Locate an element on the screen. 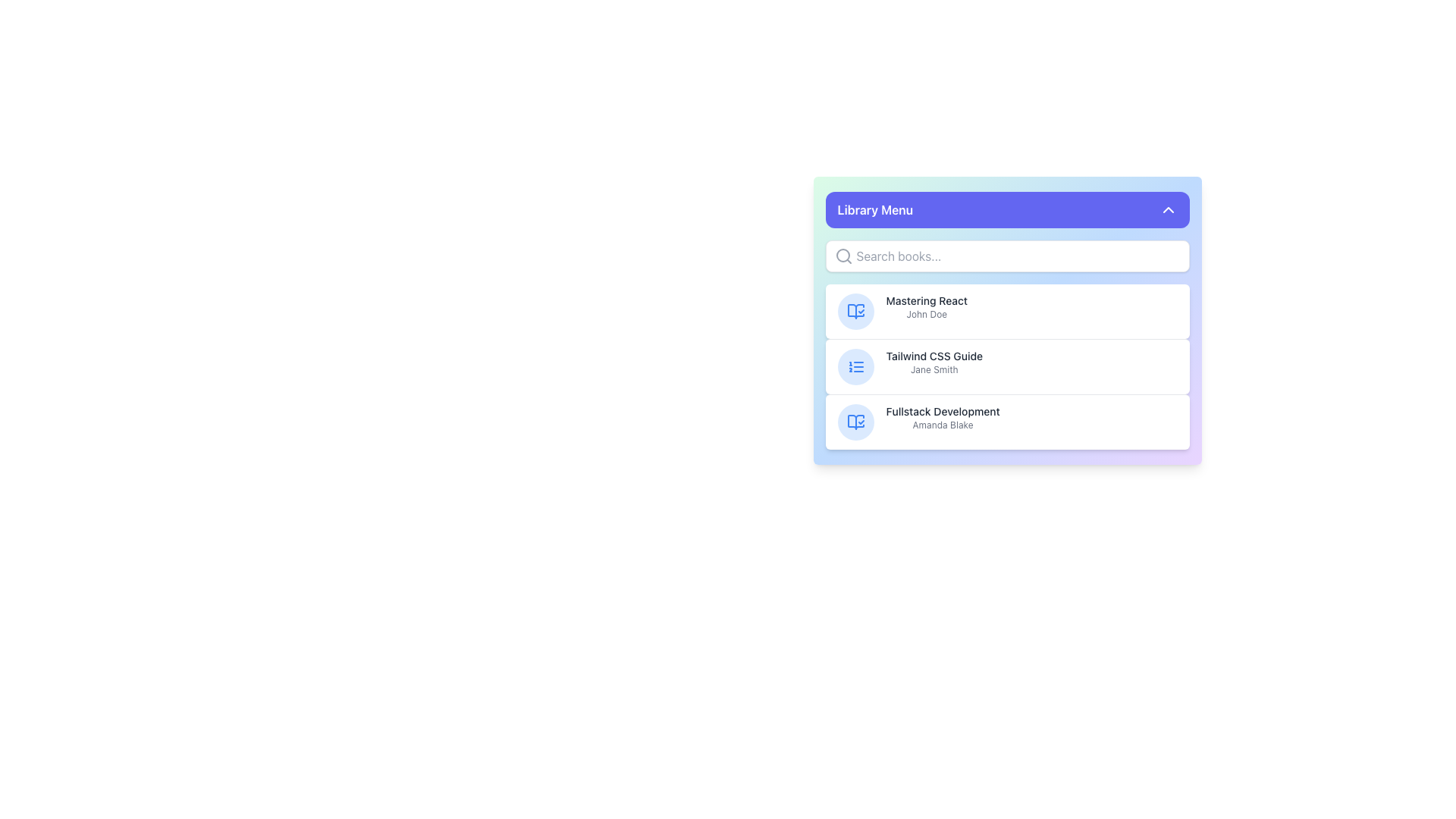 This screenshot has height=819, width=1456. the text block displaying information about the book located in the second entry of the list, positioned below 'Mastering React' and above 'Fullstack Development' is located at coordinates (934, 362).